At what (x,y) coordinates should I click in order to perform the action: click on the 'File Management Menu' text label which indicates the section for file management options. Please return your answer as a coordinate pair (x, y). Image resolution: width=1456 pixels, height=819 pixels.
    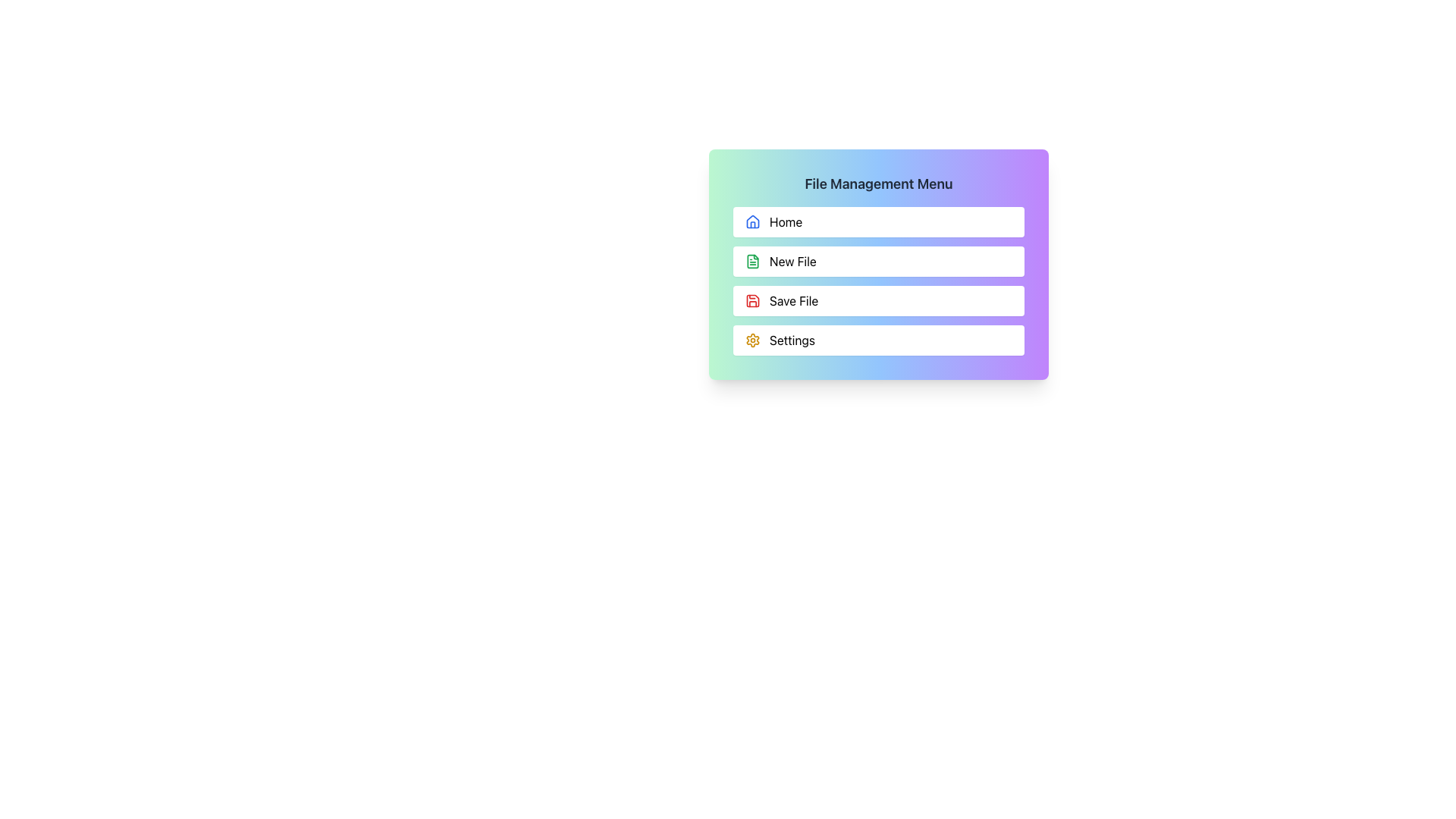
    Looking at the image, I should click on (878, 184).